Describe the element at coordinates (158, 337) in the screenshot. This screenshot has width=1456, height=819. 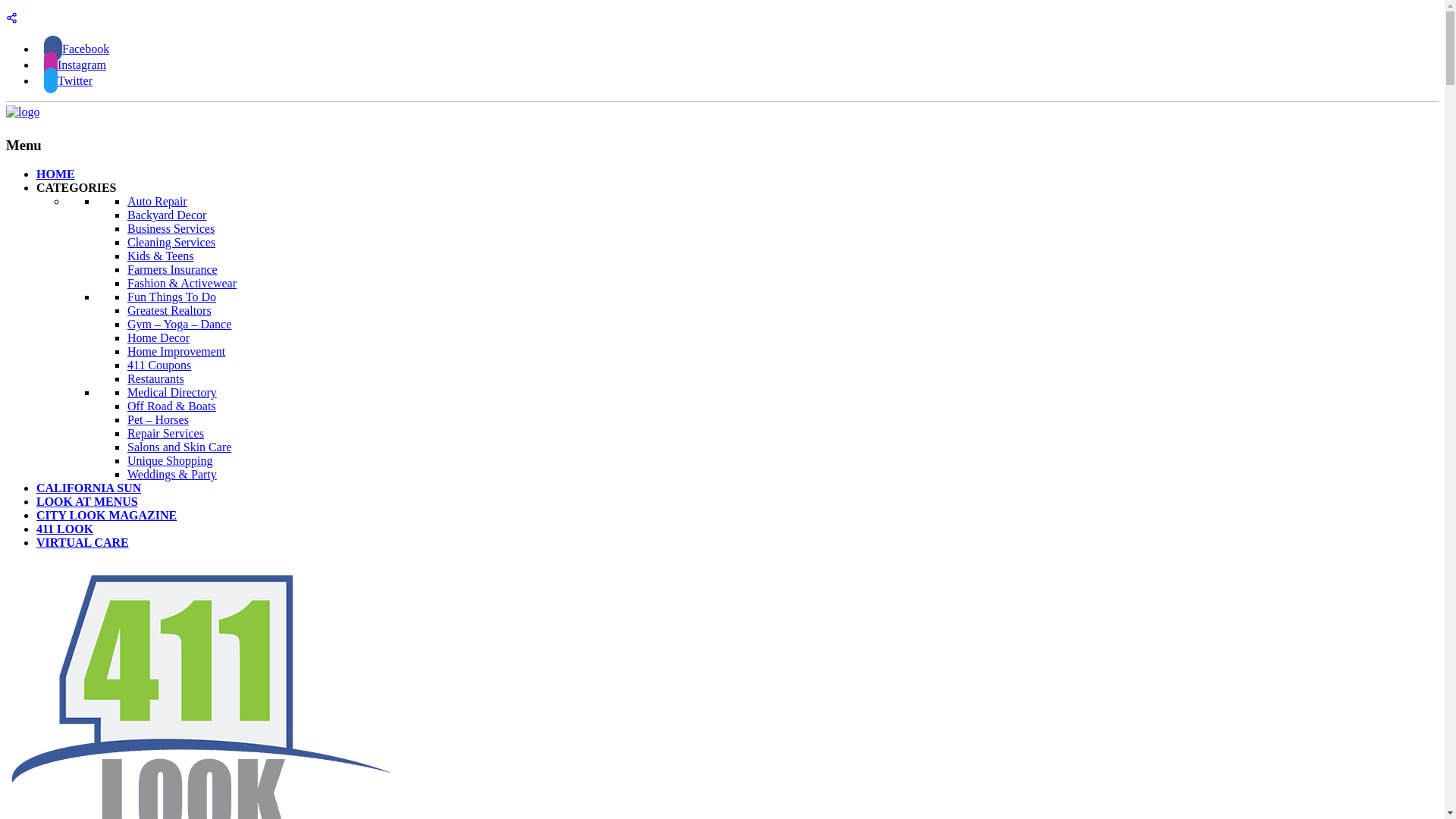
I see `'Home Decor'` at that location.